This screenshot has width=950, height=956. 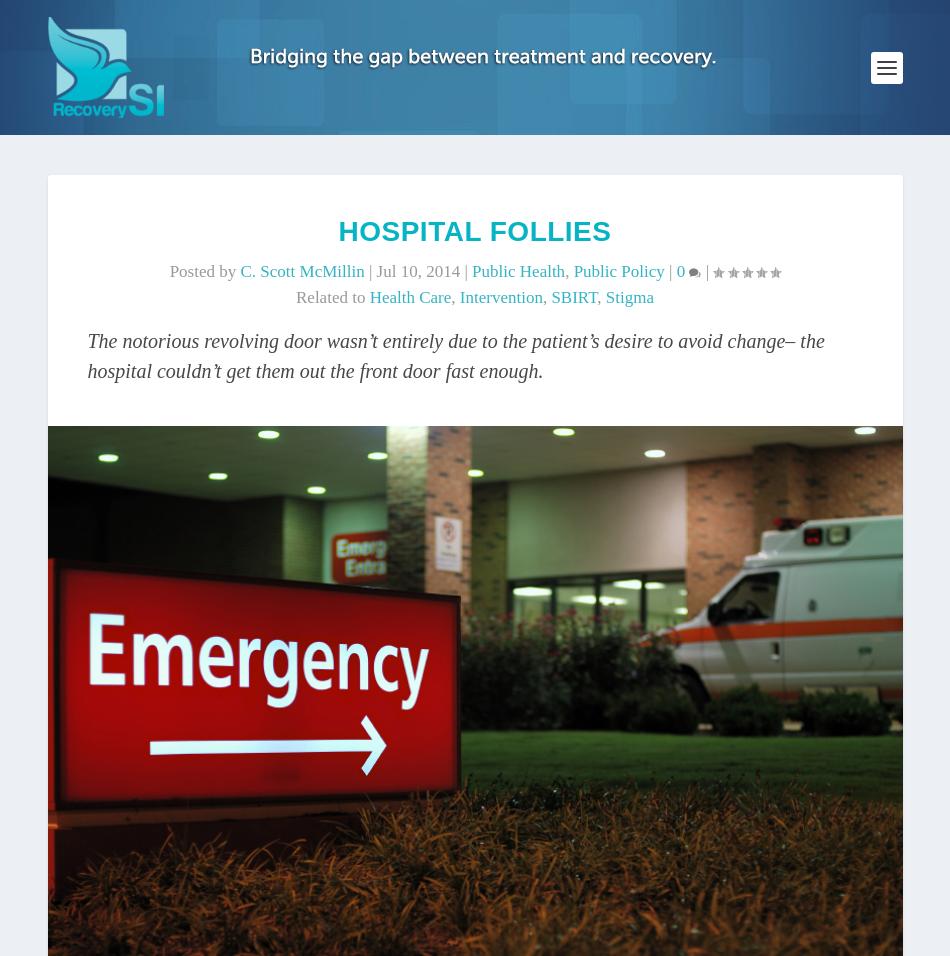 I want to click on 'Posted by', so click(x=204, y=269).